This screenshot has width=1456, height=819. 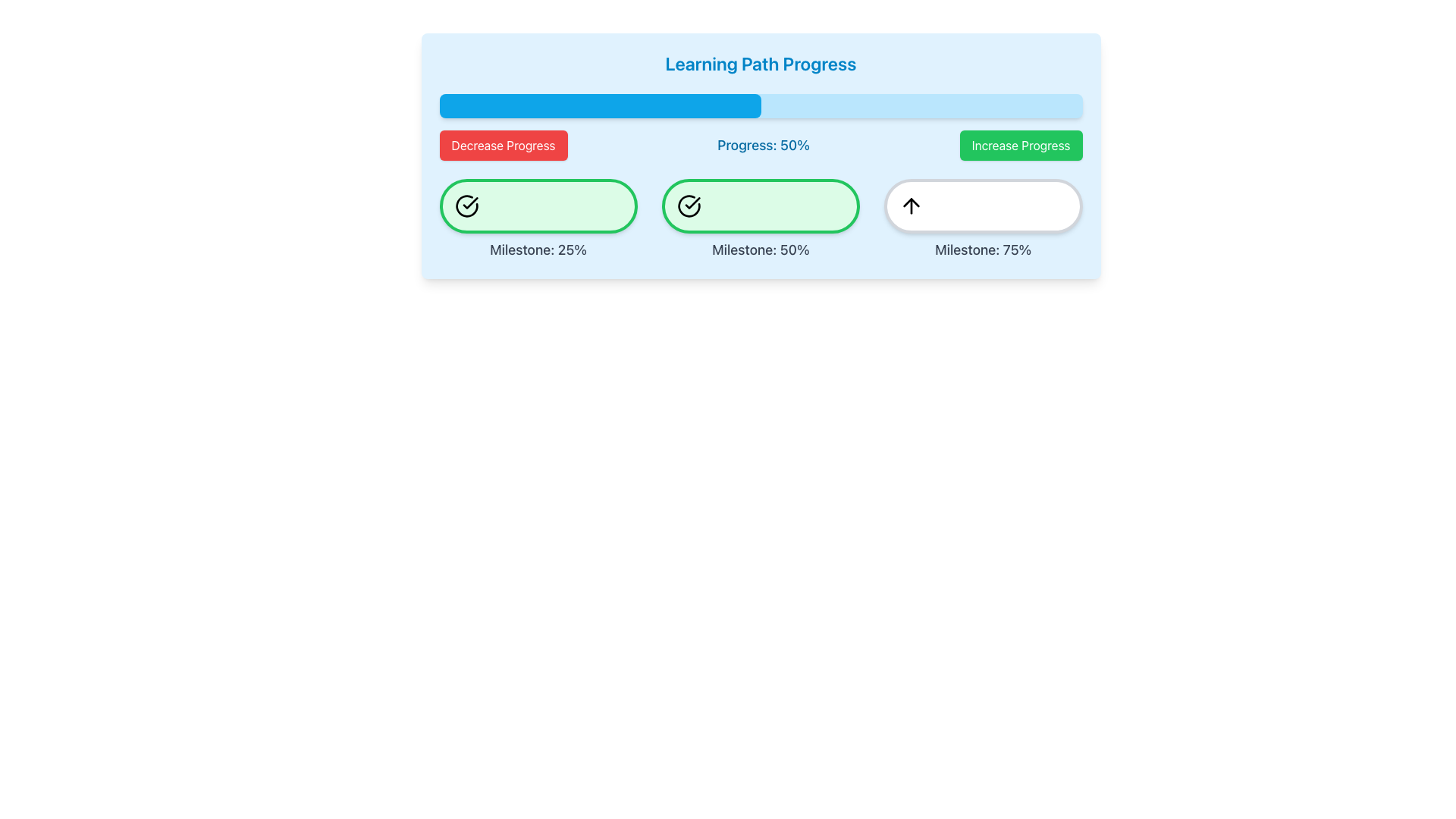 I want to click on the text label displaying 'Milestone: 50%' which is styled in dark gray with a semibold font weight, located centrally below a light green box with a checkmark icon, so click(x=761, y=249).